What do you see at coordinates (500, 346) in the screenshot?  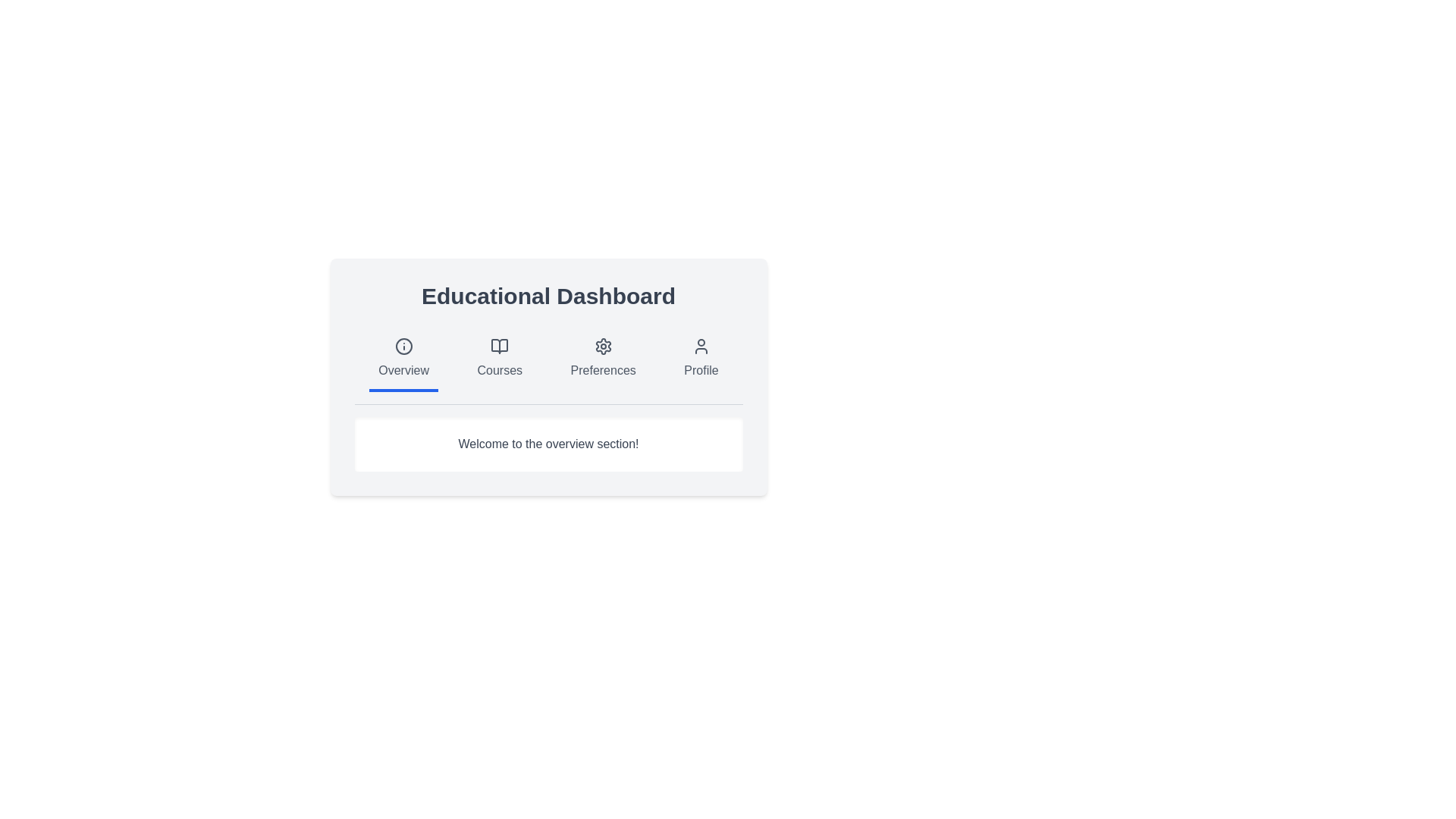 I see `the open book icon in the navigation menu under the 'Courses' label, which is the second icon in the sequence` at bounding box center [500, 346].